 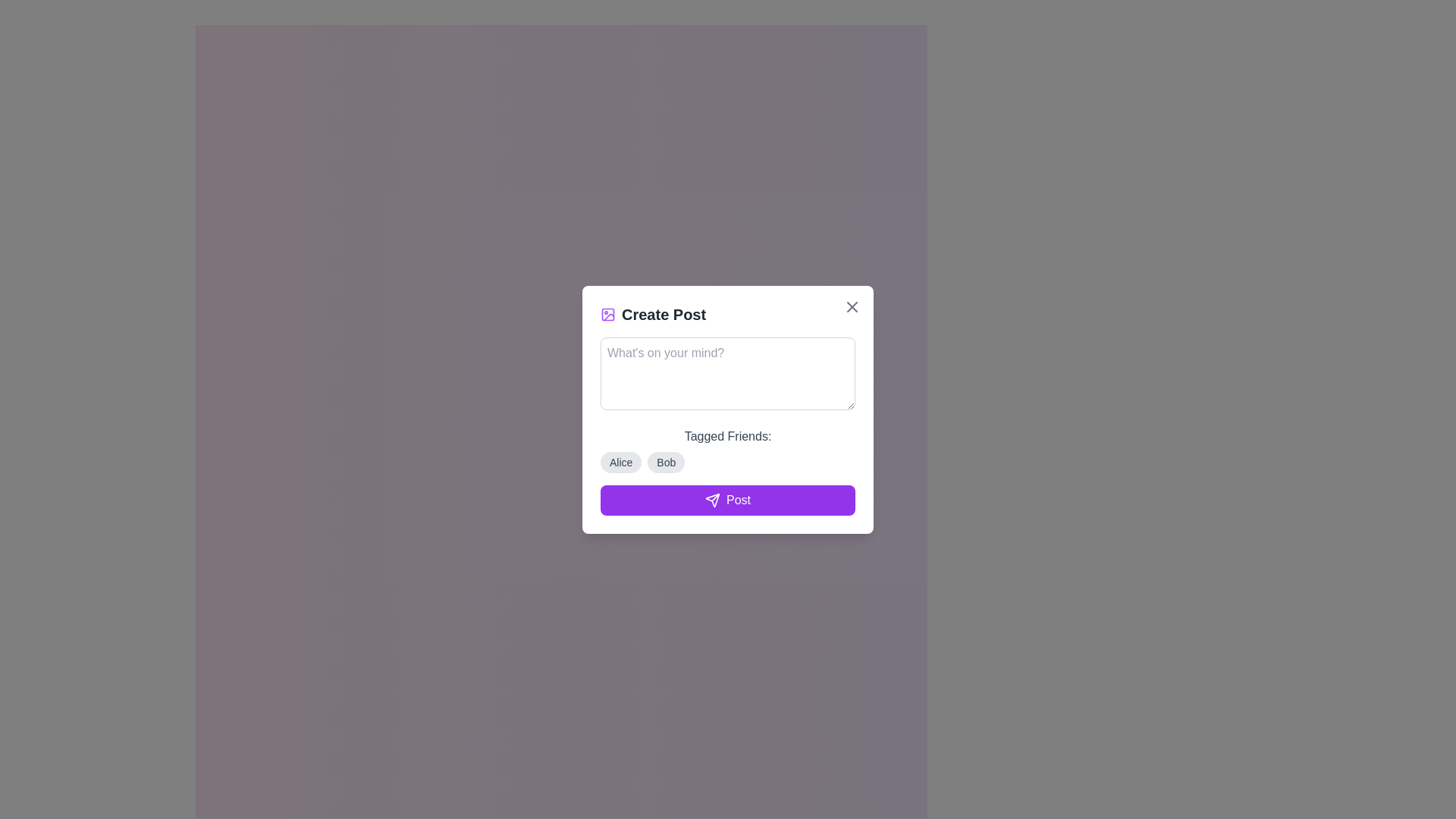 I want to click on the close button located at the top-right corner of the modal window, so click(x=852, y=306).